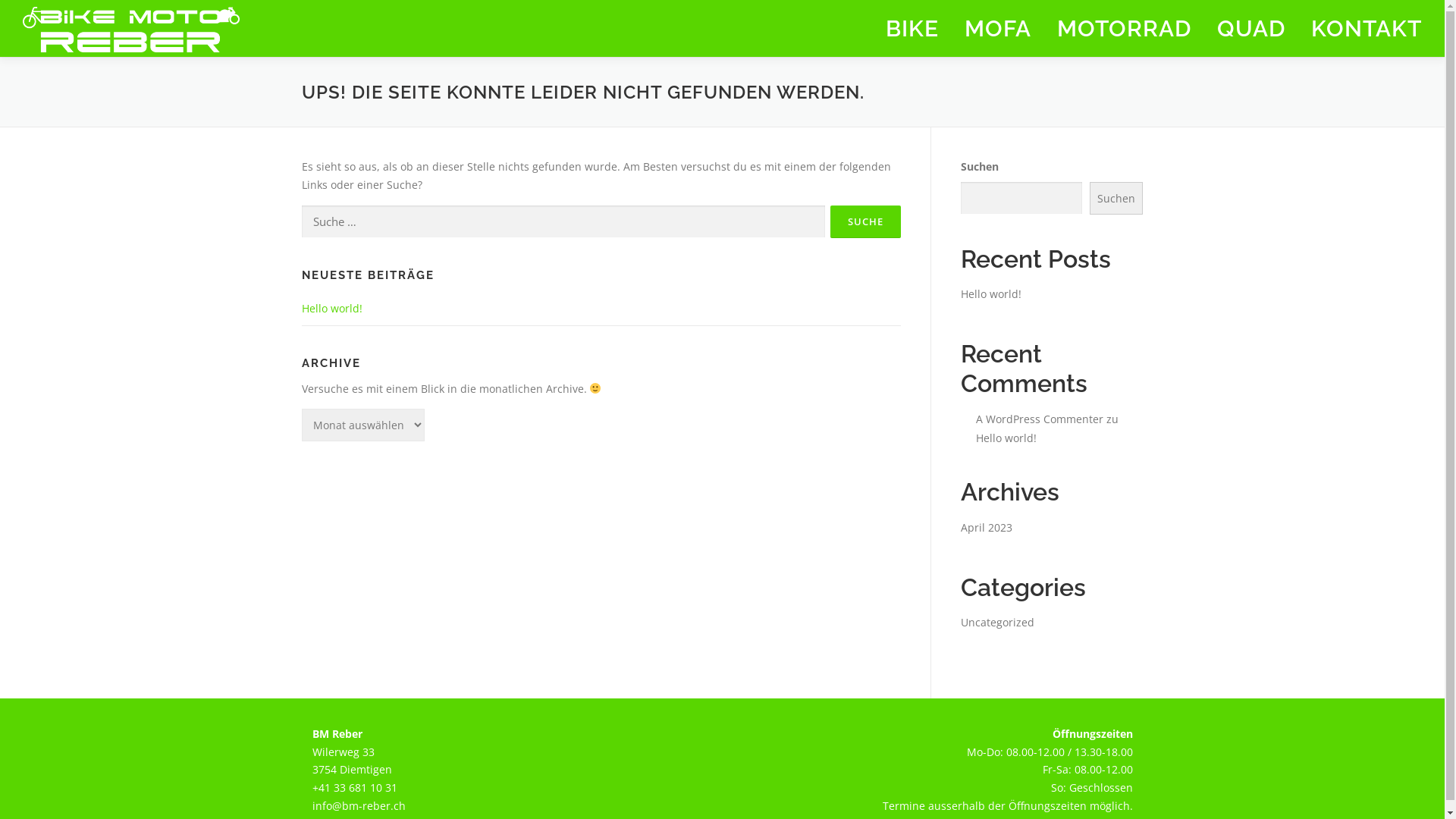 Image resolution: width=1456 pixels, height=819 pixels. I want to click on 'Suchen', so click(1116, 197).